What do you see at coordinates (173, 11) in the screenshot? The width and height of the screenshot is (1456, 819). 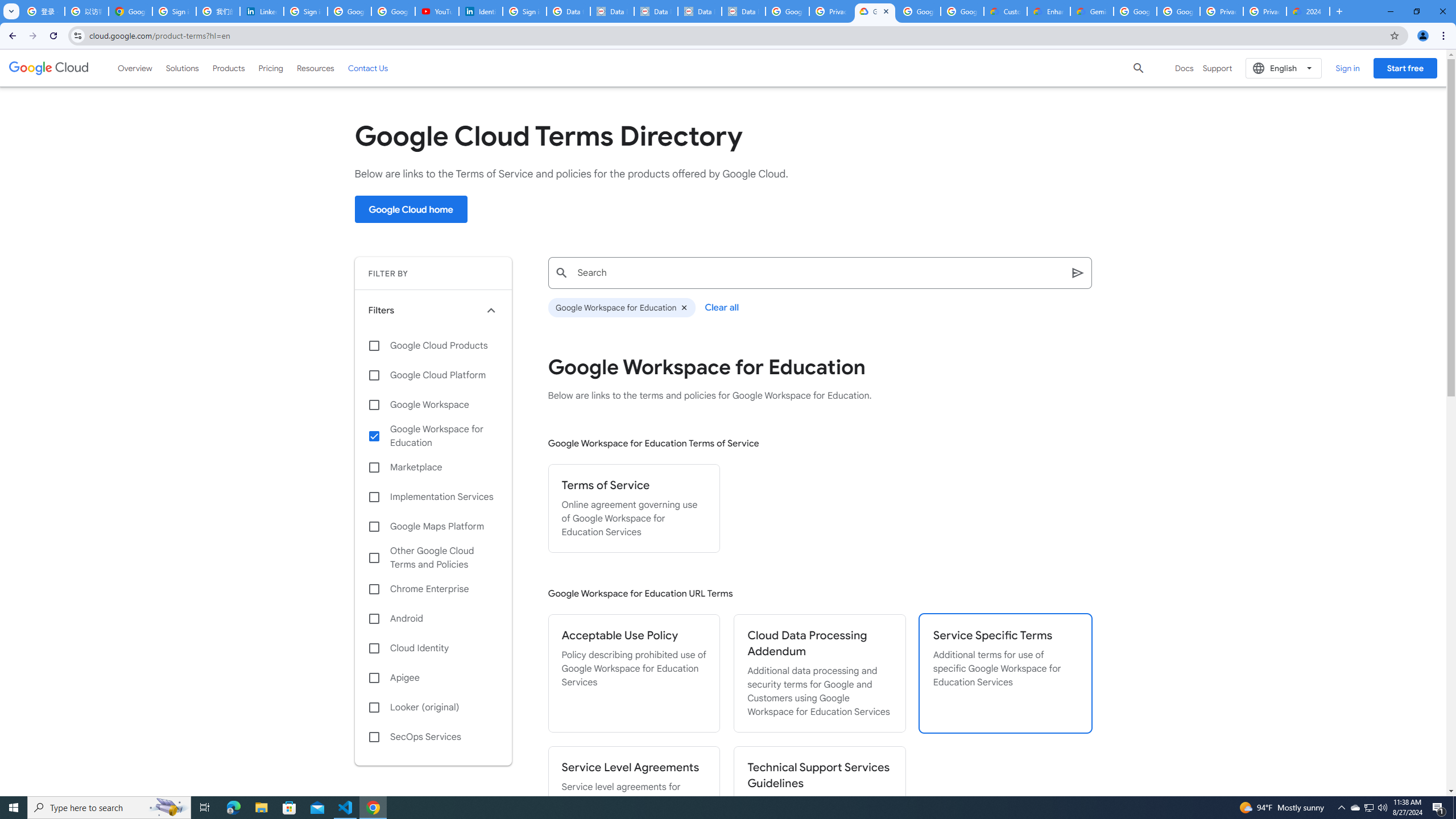 I see `'Sign in - Google Accounts'` at bounding box center [173, 11].